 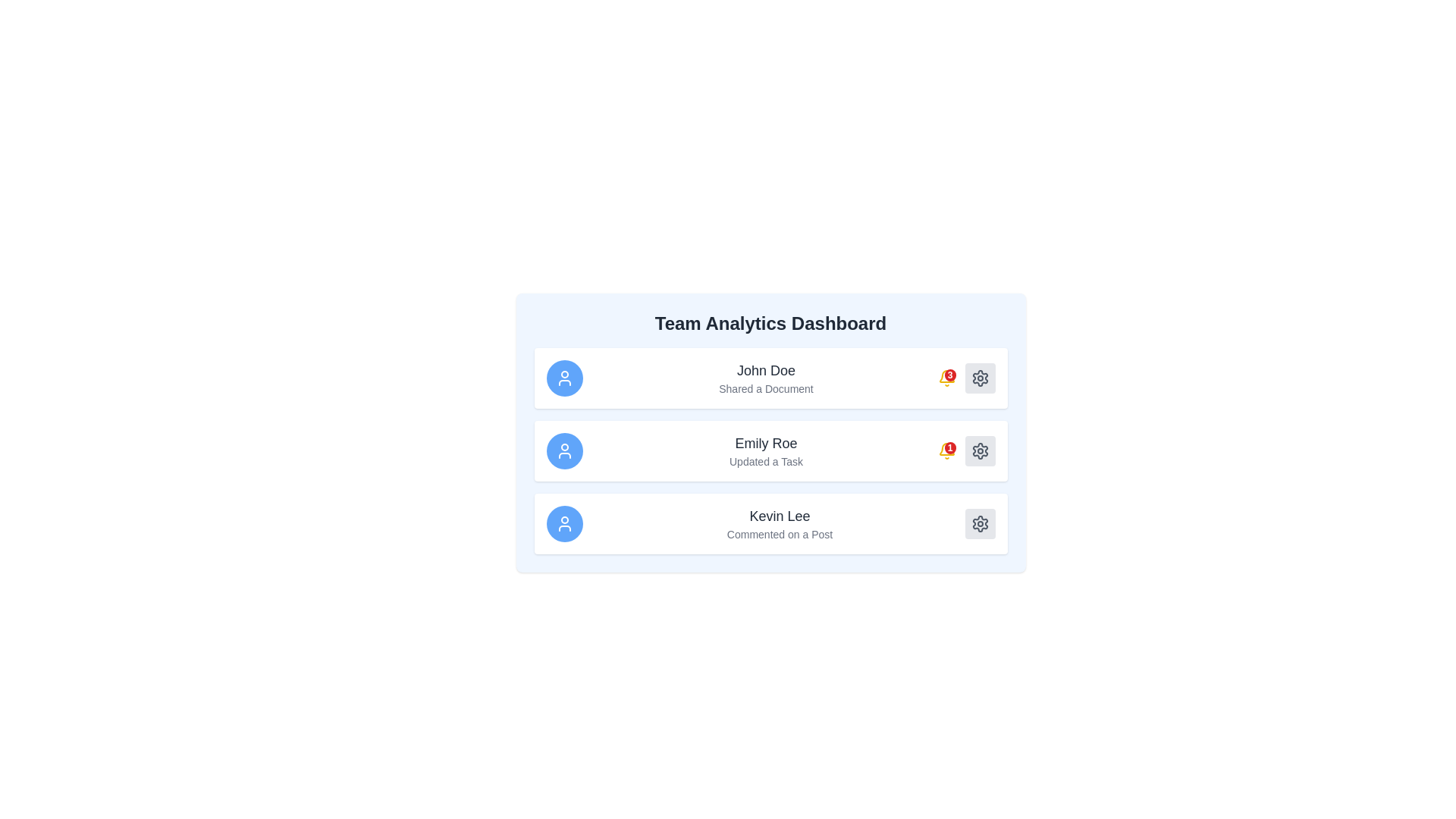 What do you see at coordinates (946, 377) in the screenshot?
I see `the yellow bell notification icon with a red badge showing '3'` at bounding box center [946, 377].